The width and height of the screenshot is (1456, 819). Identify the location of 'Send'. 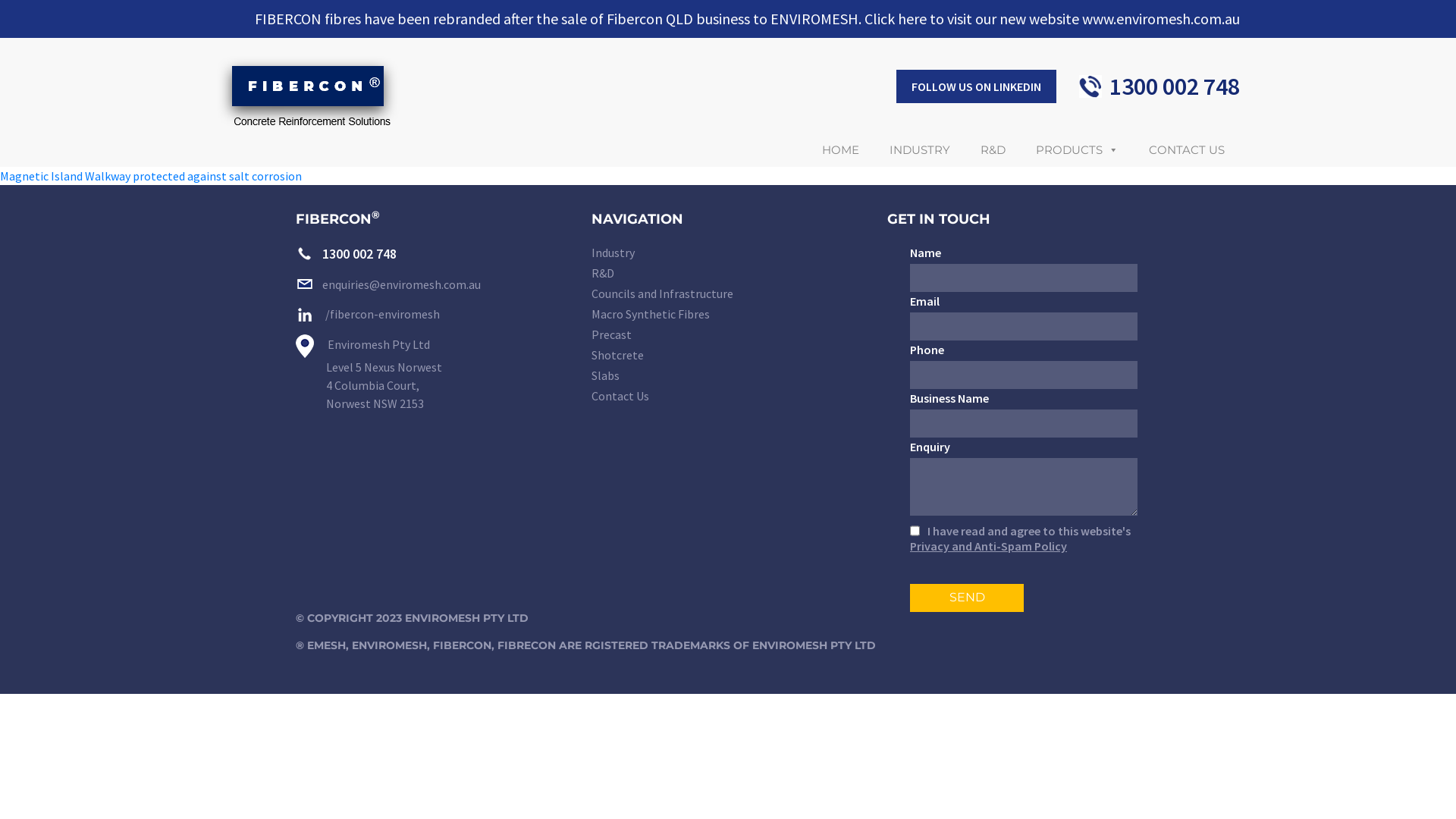
(966, 597).